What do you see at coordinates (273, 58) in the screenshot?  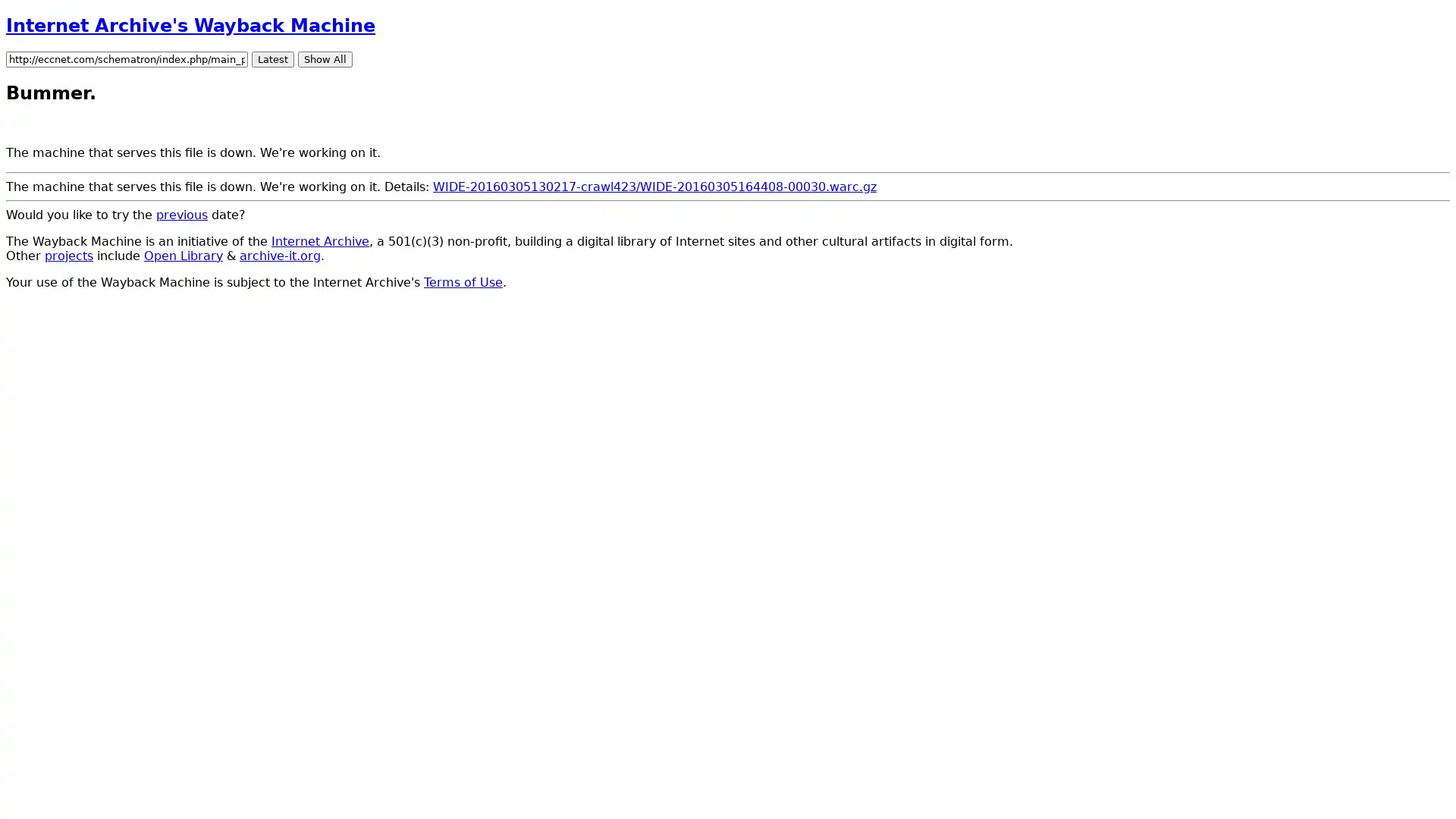 I see `Latest` at bounding box center [273, 58].